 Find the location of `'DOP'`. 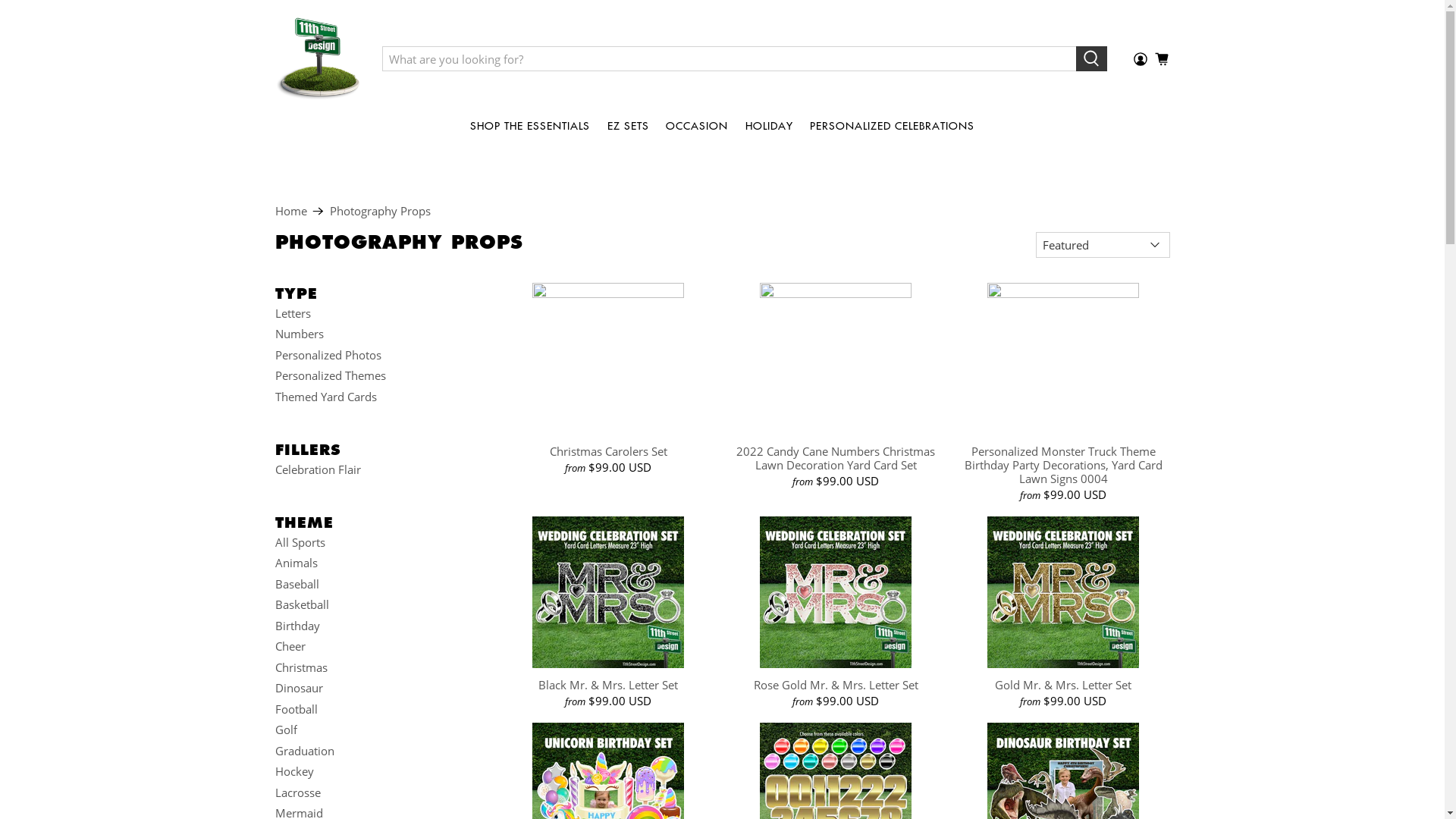

'DOP' is located at coordinates (1137, 231).